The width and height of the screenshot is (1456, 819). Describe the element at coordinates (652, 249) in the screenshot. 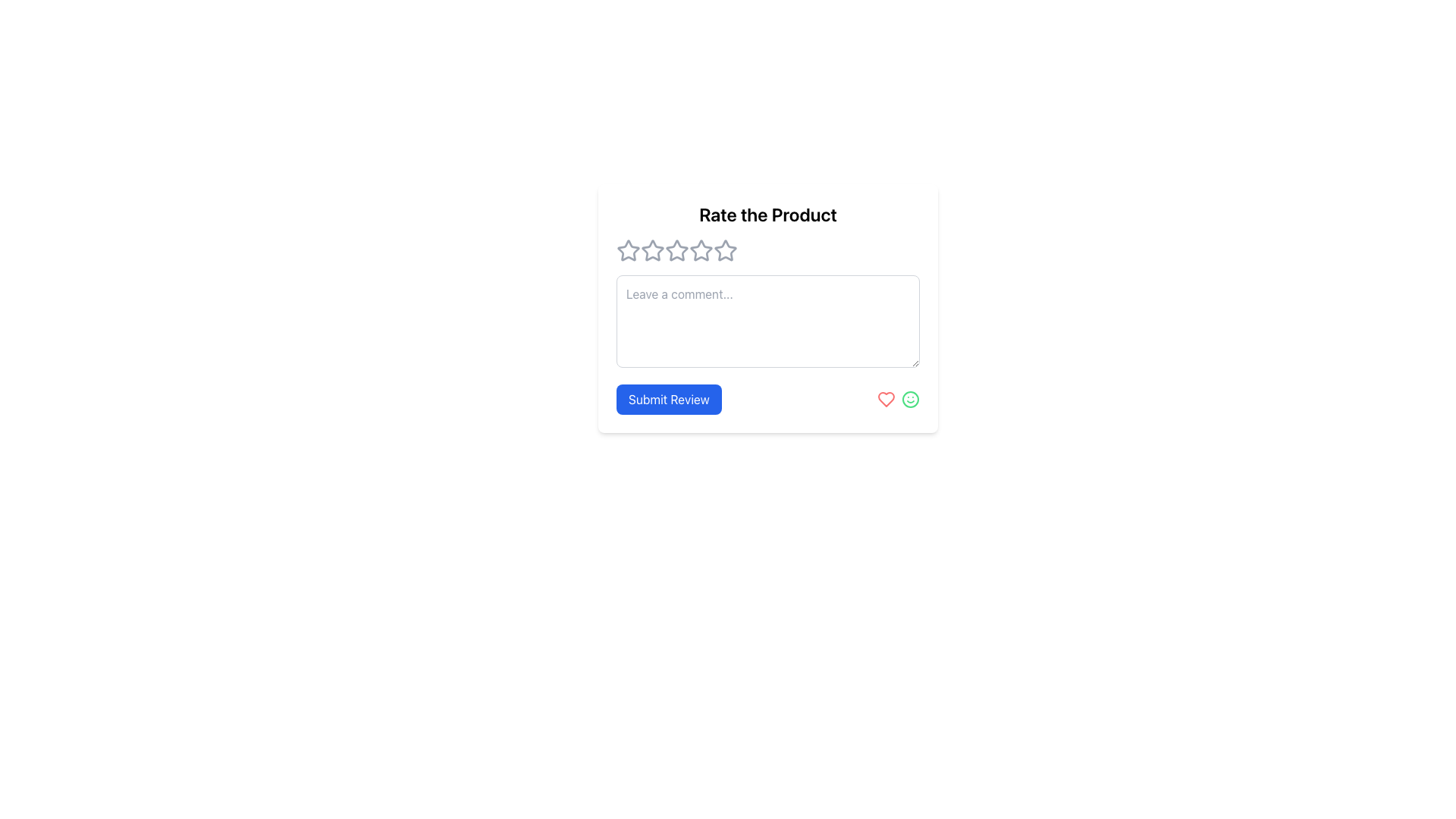

I see `the first star-shaped icon with a hollow interior and gray outline to rate the product, located below the 'Rate the Product' text` at that location.